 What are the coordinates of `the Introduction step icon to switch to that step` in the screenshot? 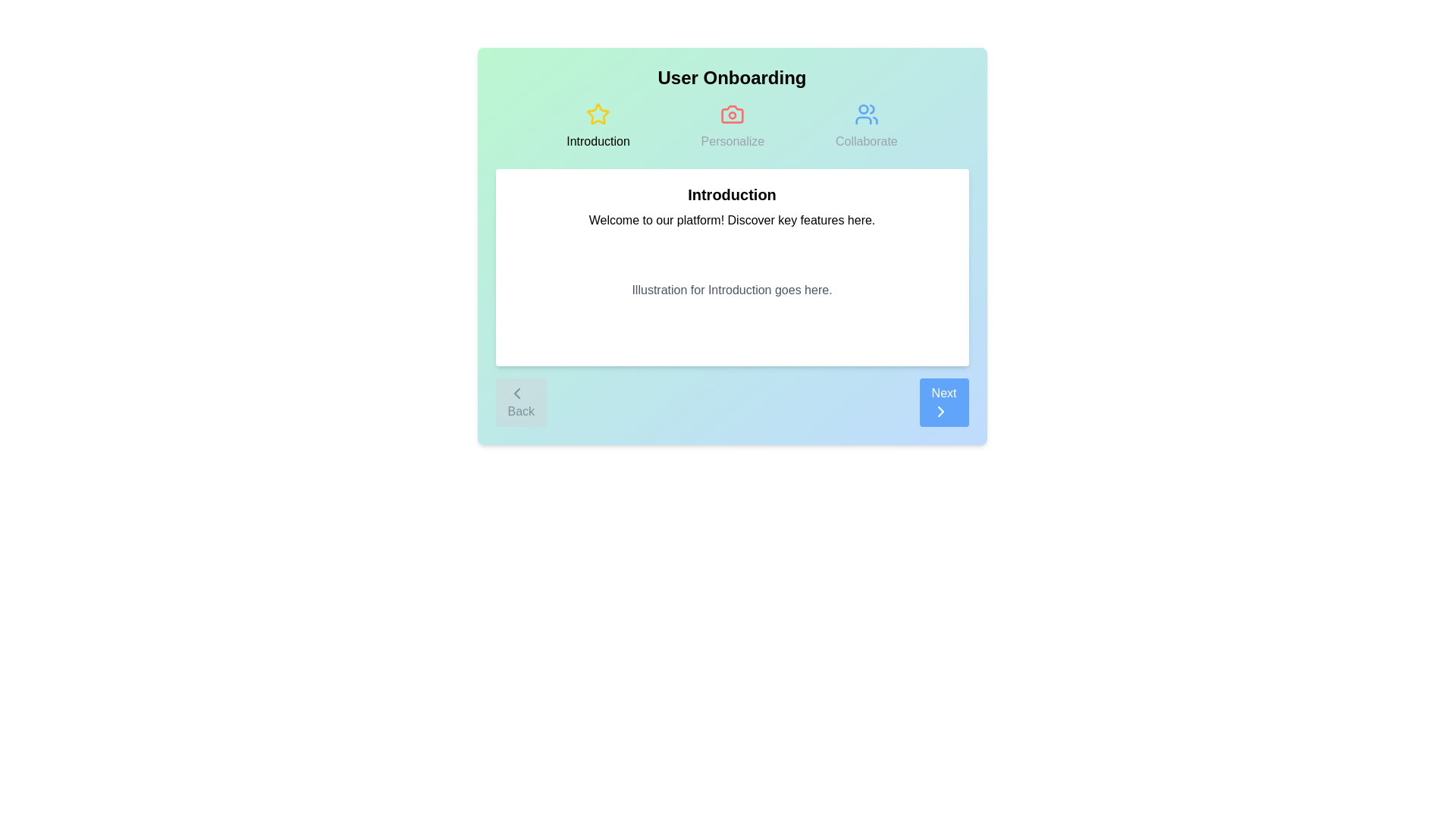 It's located at (598, 125).